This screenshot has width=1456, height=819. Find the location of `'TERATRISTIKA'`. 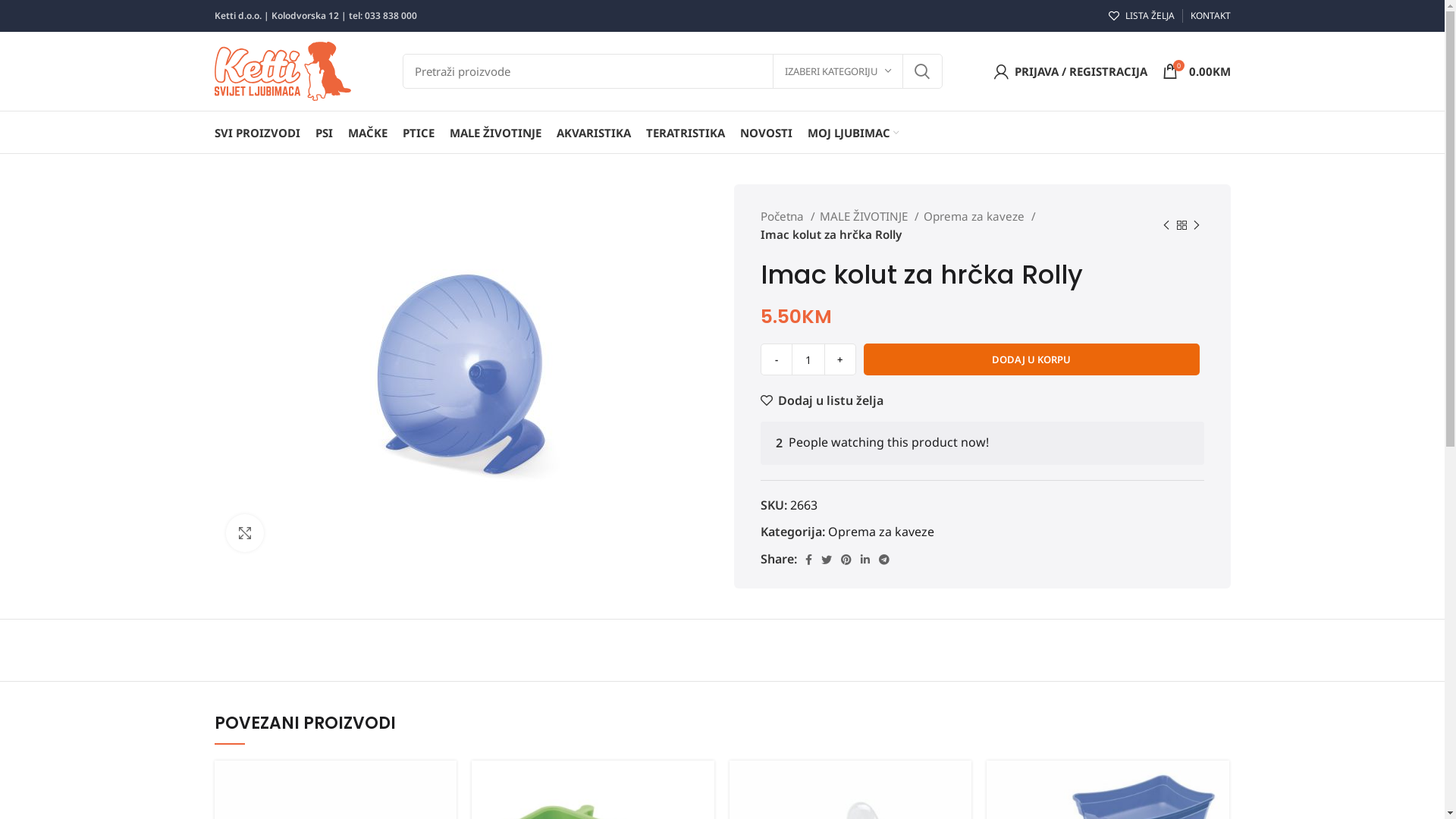

'TERATRISTIKA' is located at coordinates (638, 130).